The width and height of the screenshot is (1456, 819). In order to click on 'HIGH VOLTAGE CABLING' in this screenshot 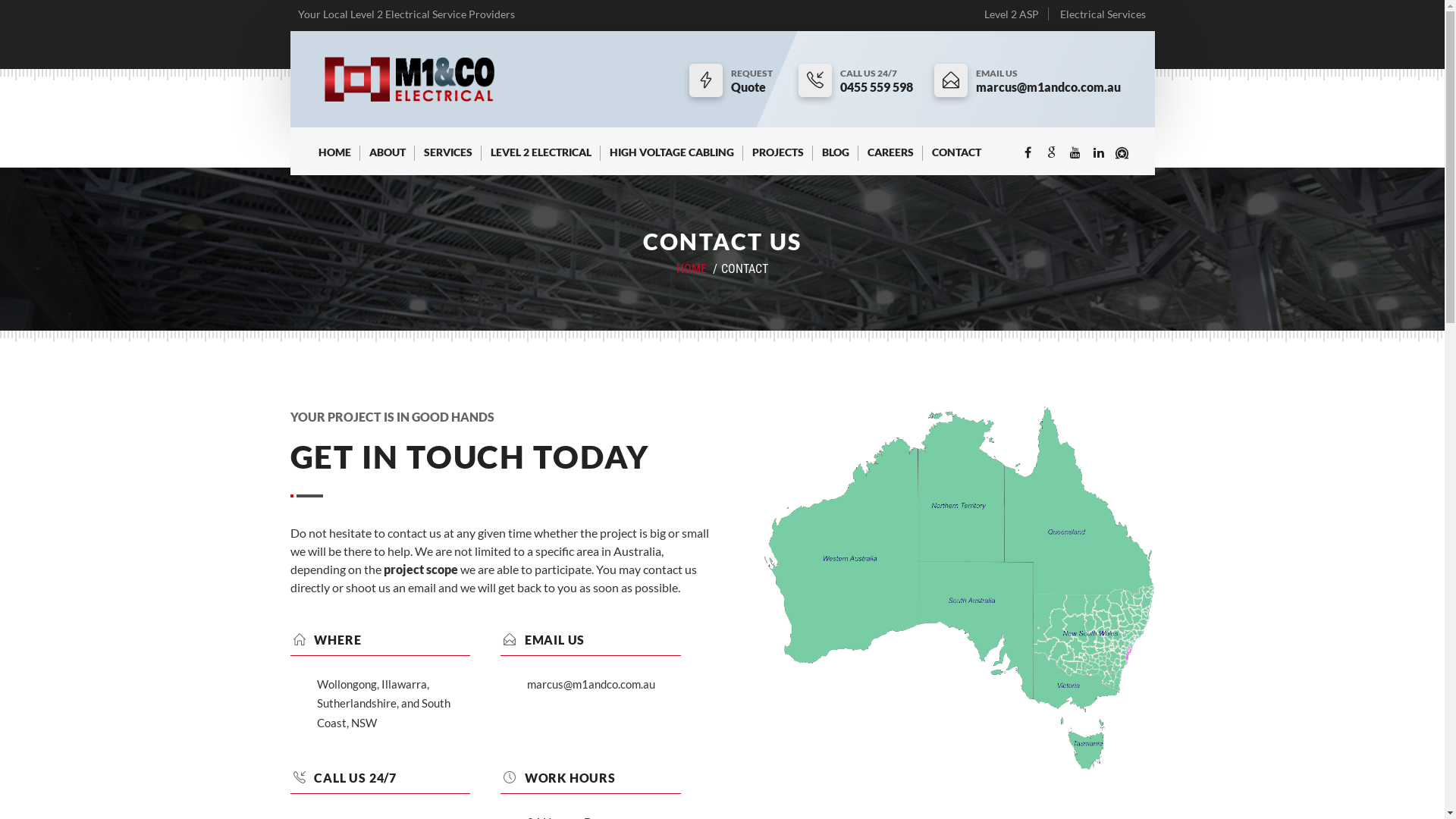, I will do `click(671, 158)`.